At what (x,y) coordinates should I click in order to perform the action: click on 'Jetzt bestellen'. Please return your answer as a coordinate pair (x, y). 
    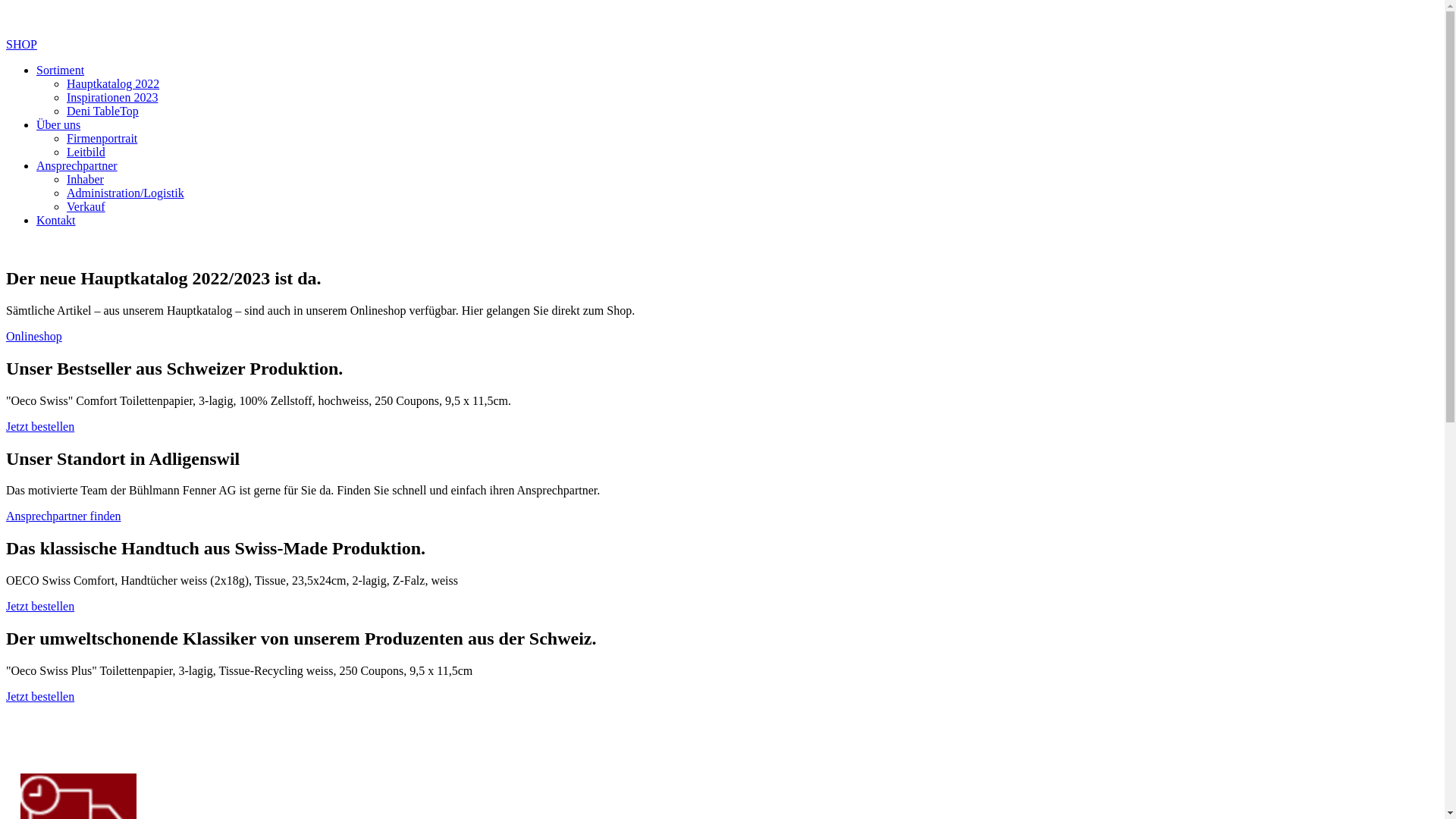
    Looking at the image, I should click on (39, 605).